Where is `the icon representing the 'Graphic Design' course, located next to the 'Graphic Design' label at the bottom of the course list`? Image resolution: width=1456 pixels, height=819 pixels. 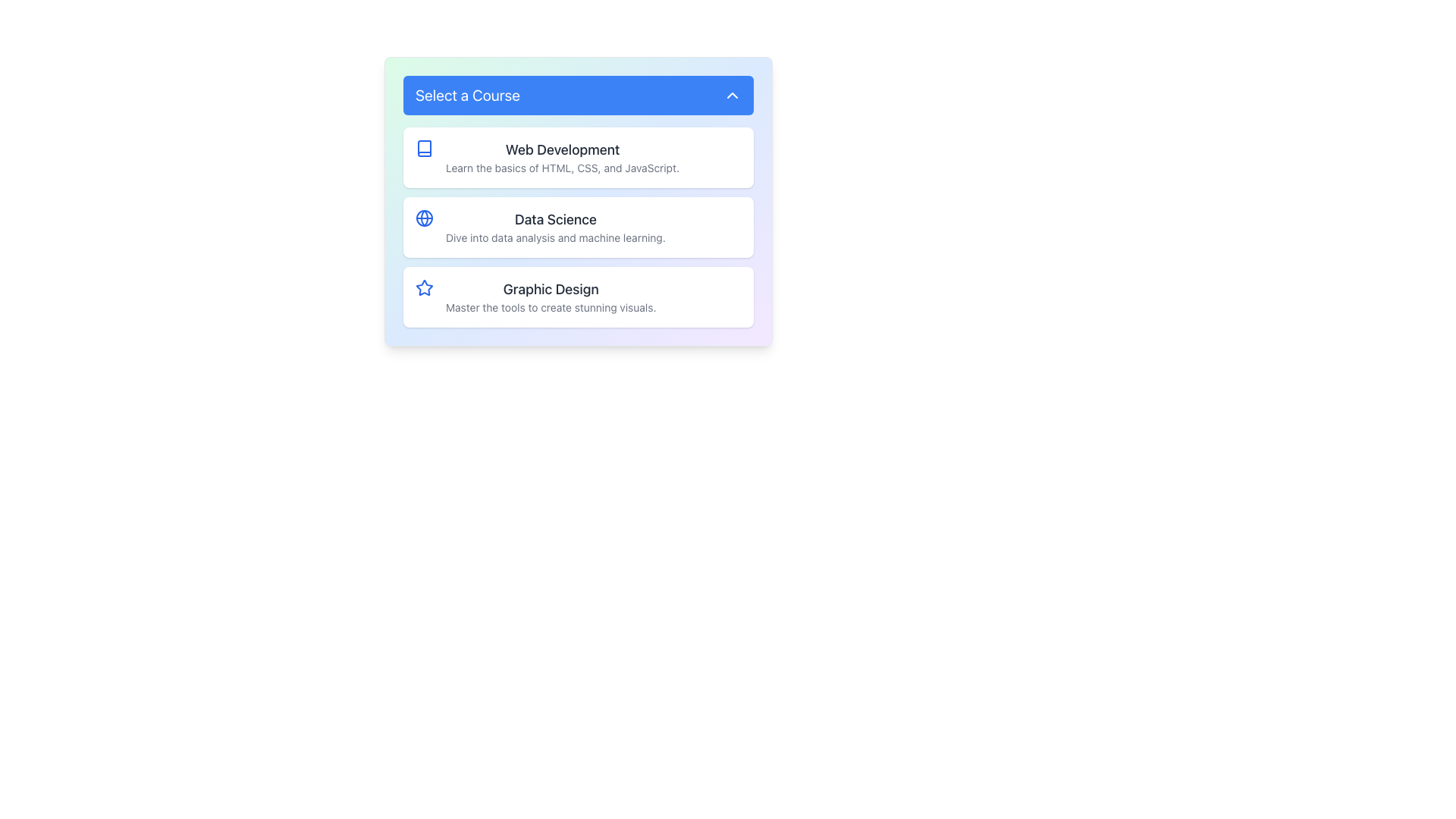
the icon representing the 'Graphic Design' course, located next to the 'Graphic Design' label at the bottom of the course list is located at coordinates (425, 287).